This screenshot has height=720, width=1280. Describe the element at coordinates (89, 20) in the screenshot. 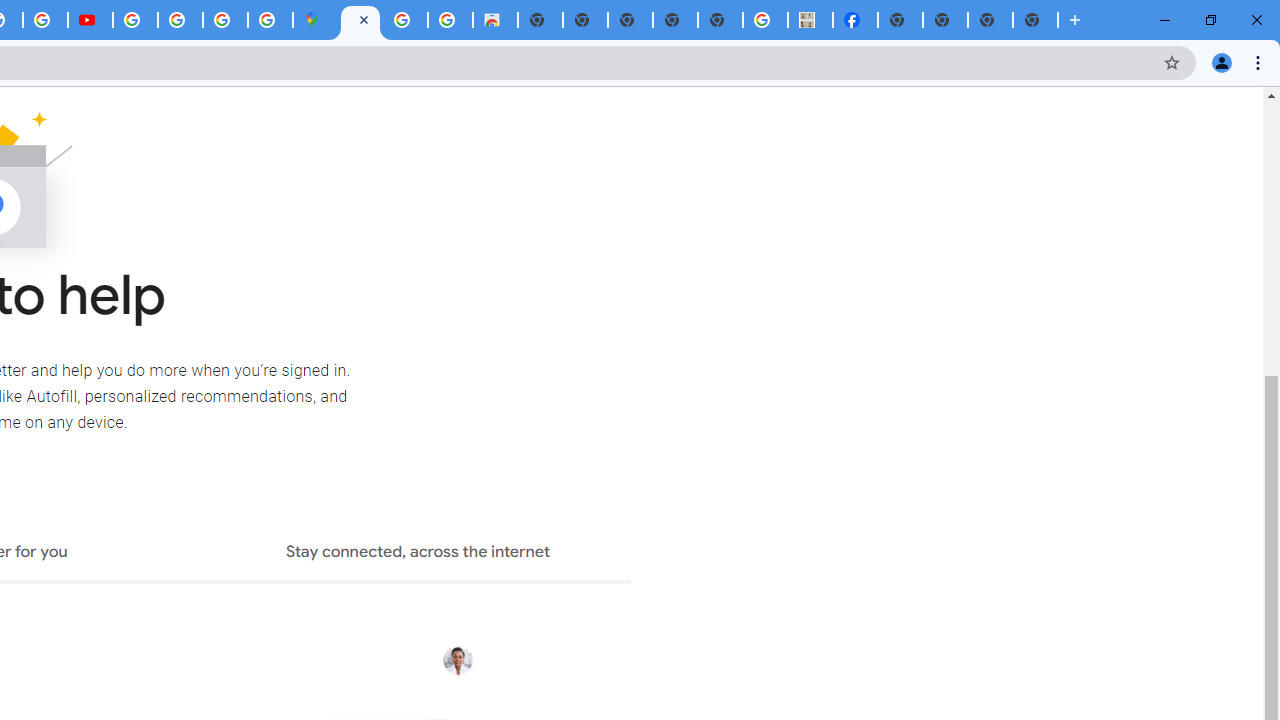

I see `'Subscriptions - YouTube'` at that location.